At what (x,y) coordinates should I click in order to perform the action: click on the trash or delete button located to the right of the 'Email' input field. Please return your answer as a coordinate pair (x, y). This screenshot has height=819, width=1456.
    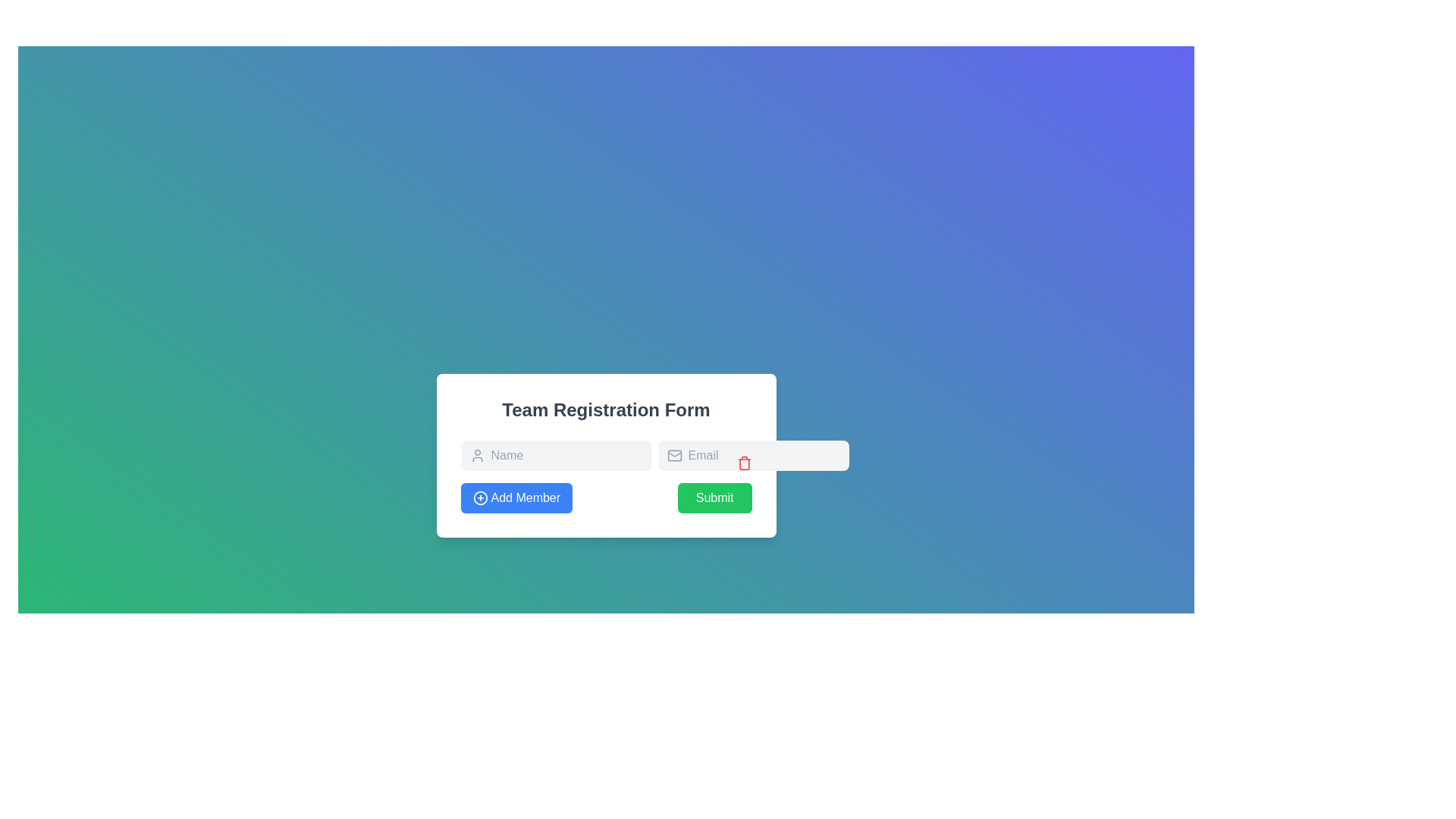
    Looking at the image, I should click on (744, 462).